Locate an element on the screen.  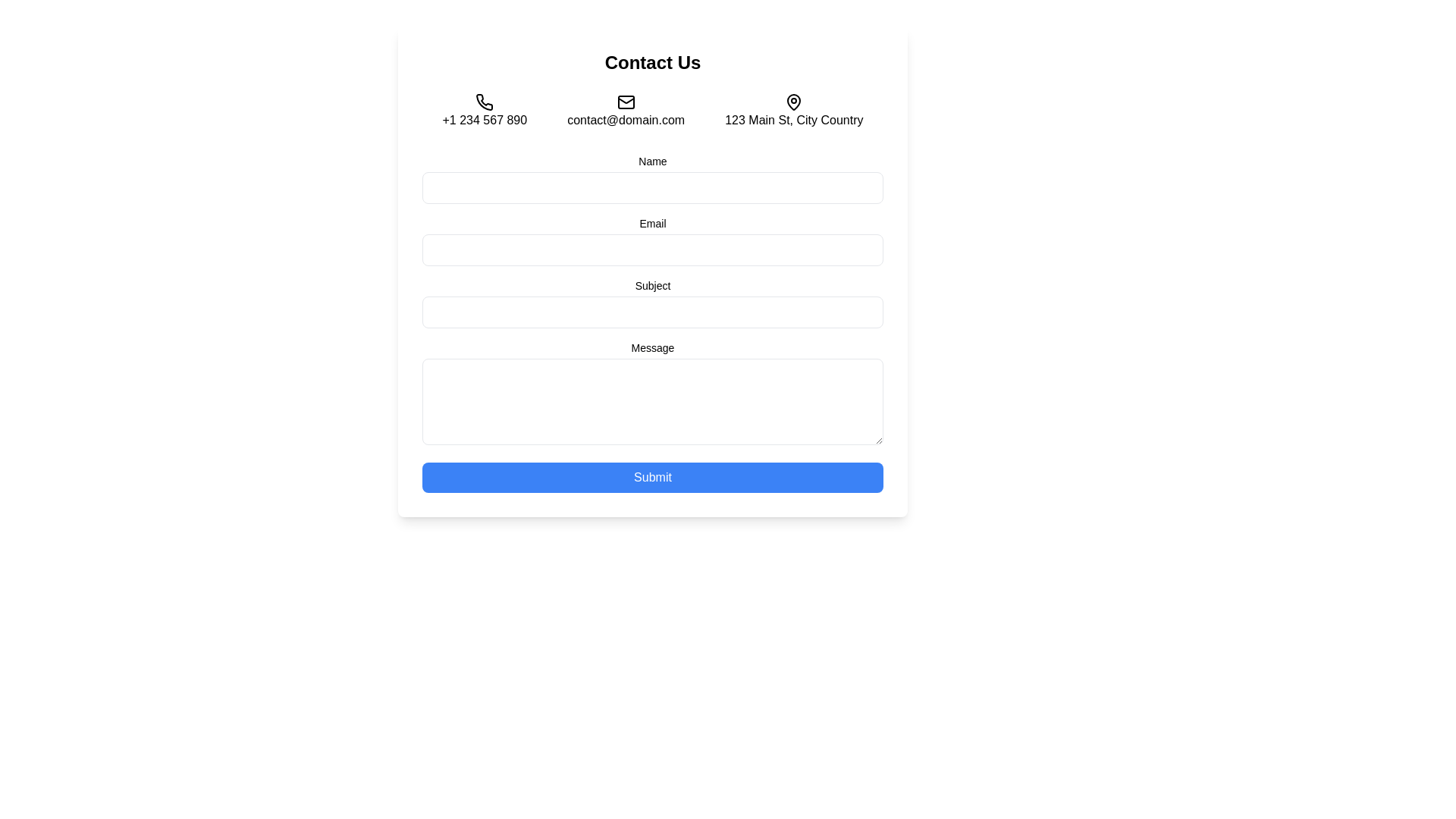
the main body of the envelope icon in the 'Contact Us' section, which visually represents email communications is located at coordinates (626, 102).